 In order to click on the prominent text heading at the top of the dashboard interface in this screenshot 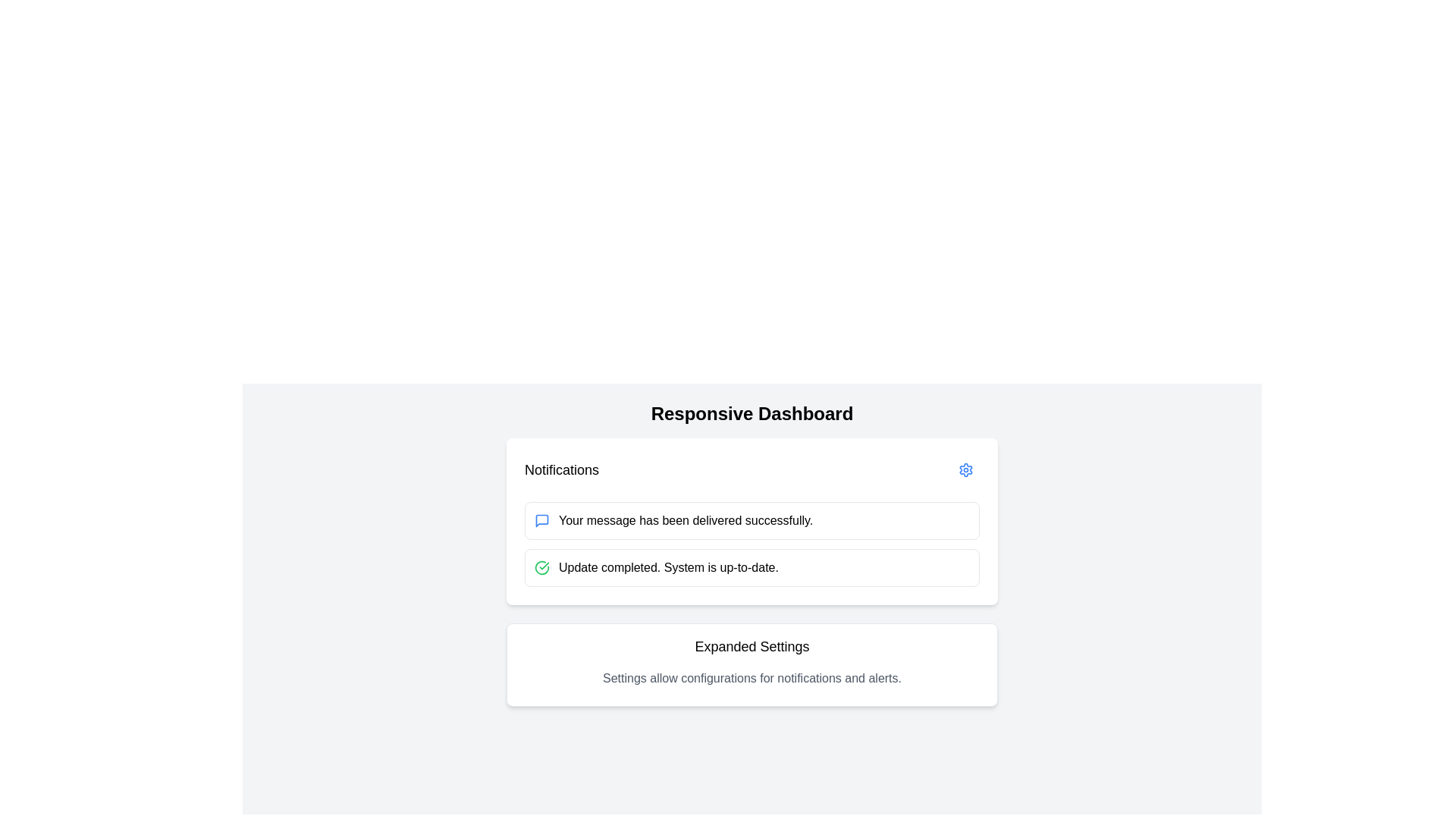, I will do `click(752, 414)`.